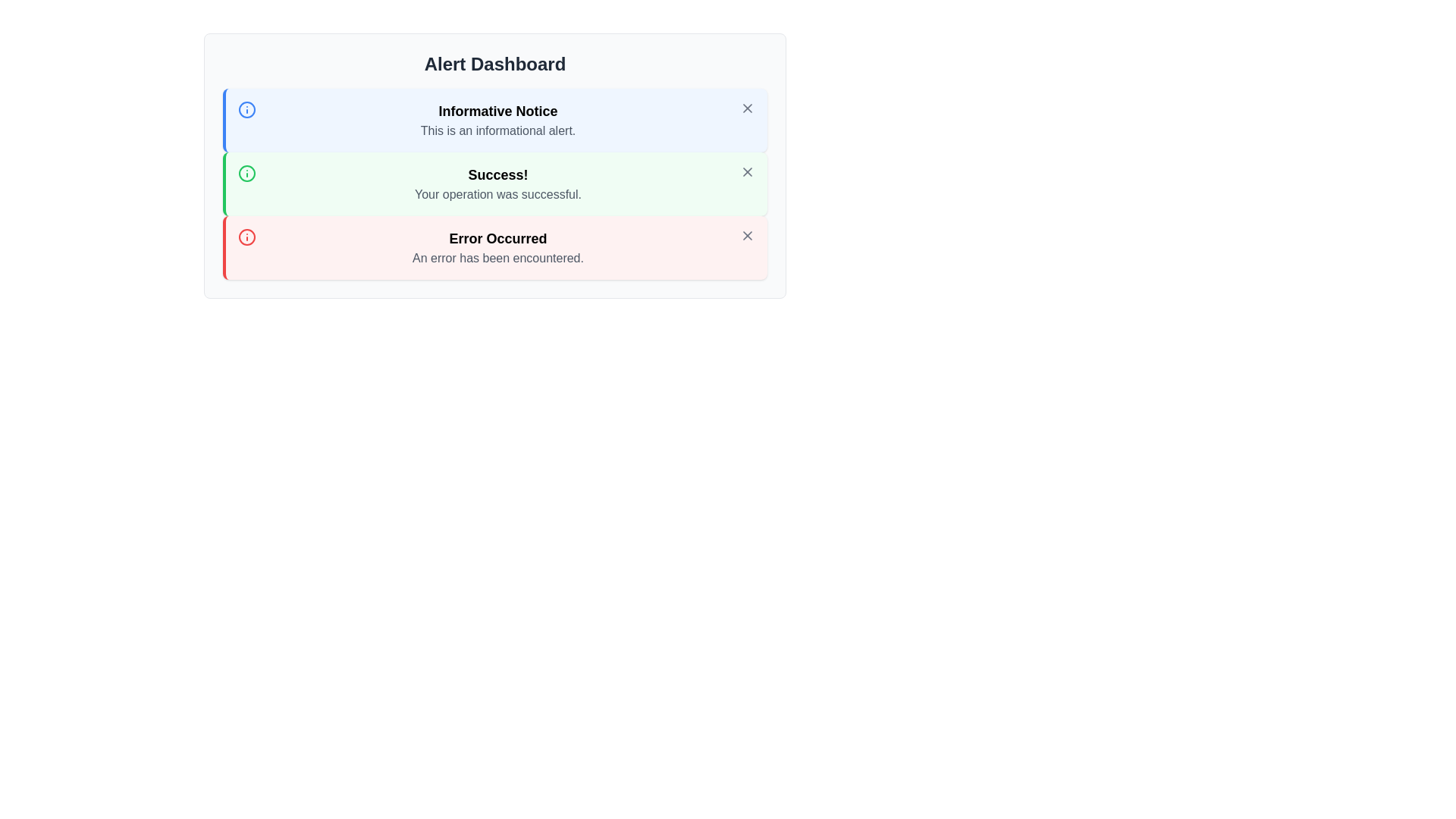  What do you see at coordinates (747, 107) in the screenshot?
I see `the small X-shaped icon in the top-right corner of the 'Informative Notice' alert` at bounding box center [747, 107].